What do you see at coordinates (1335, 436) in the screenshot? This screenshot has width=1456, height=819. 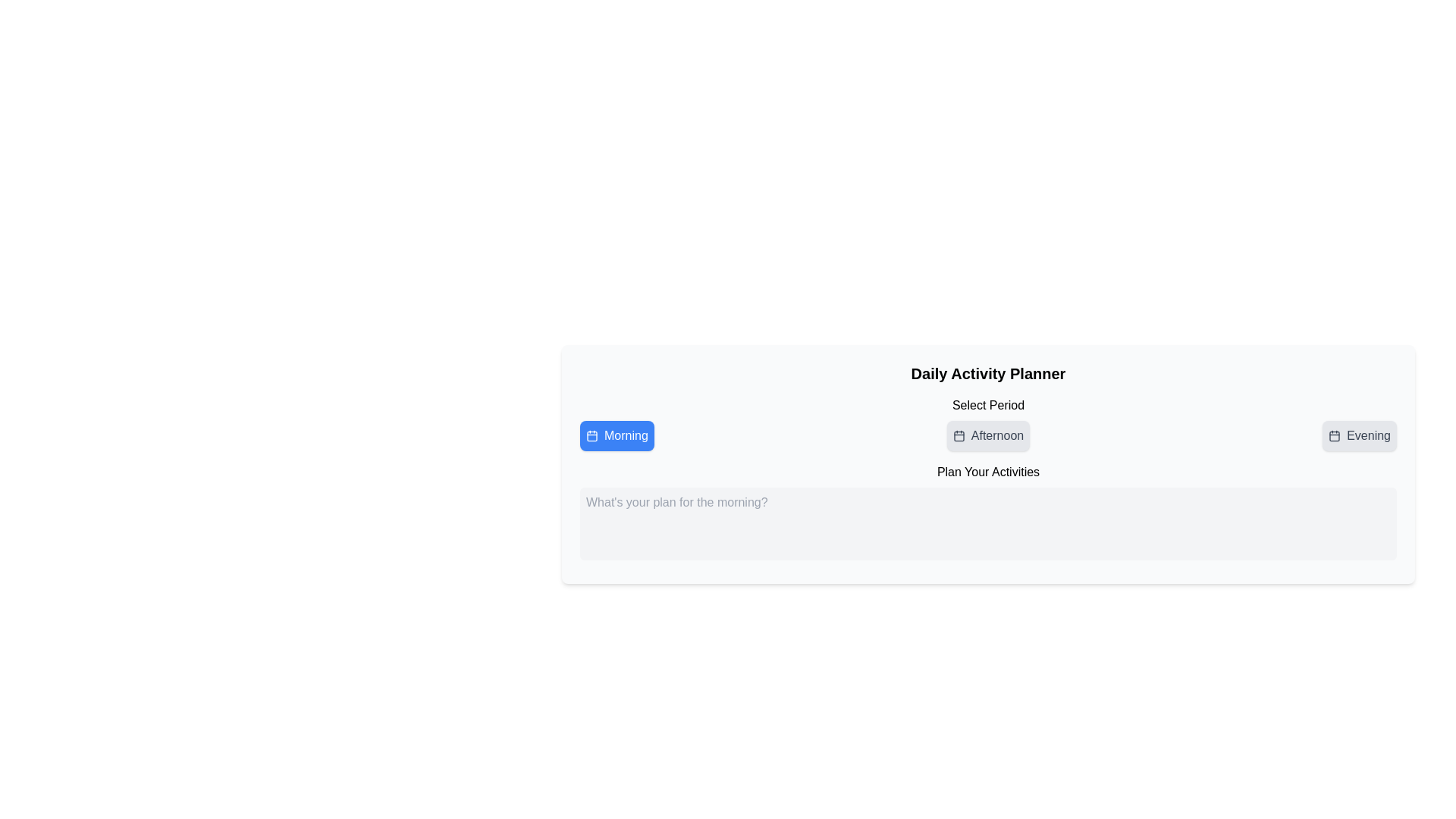 I see `the graphical rectangle element that is part of the calendar icon, located adjacent to the 'Evening' button on the right side of the page` at bounding box center [1335, 436].